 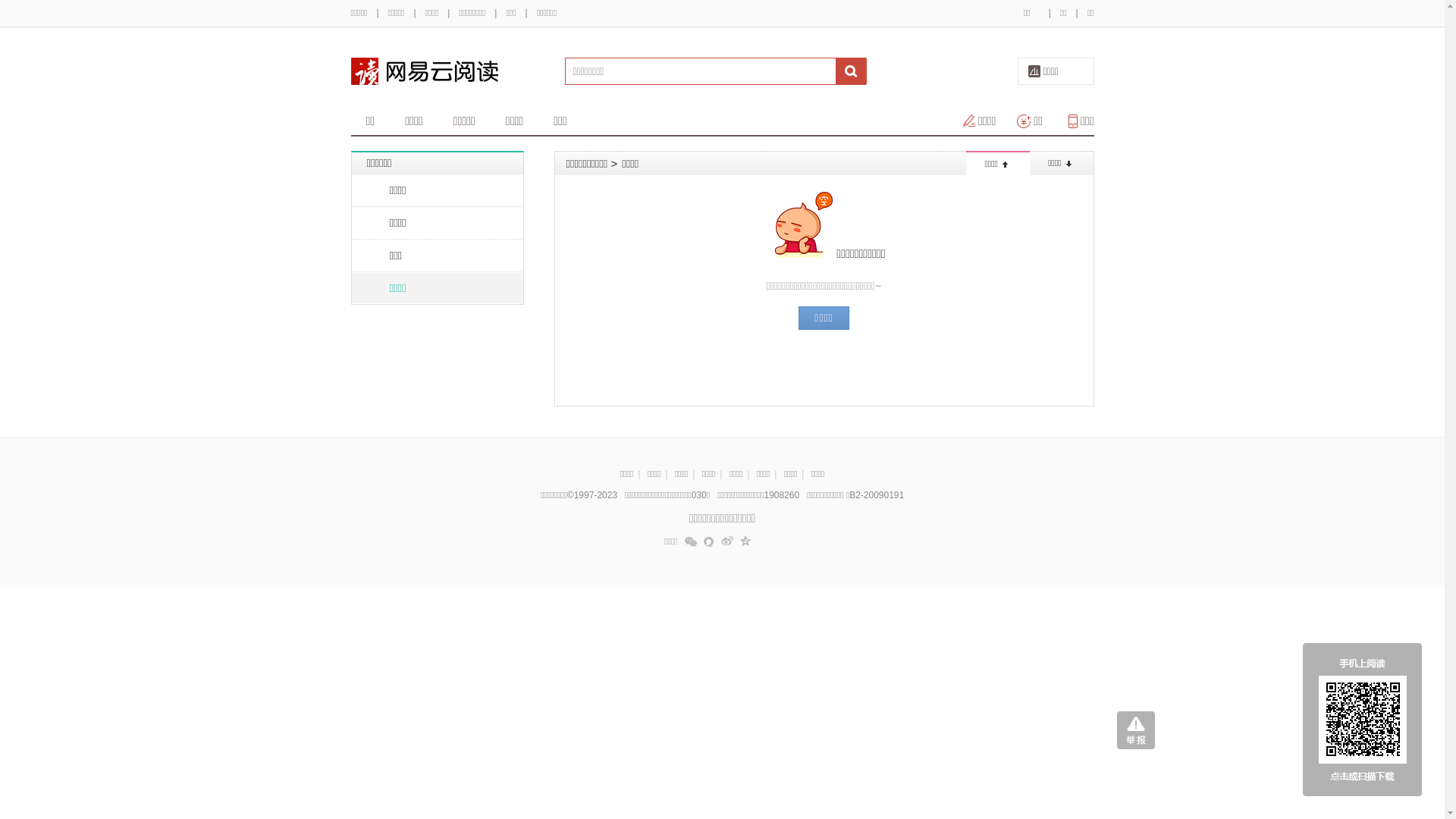 What do you see at coordinates (852, 71) in the screenshot?
I see `'    '` at bounding box center [852, 71].